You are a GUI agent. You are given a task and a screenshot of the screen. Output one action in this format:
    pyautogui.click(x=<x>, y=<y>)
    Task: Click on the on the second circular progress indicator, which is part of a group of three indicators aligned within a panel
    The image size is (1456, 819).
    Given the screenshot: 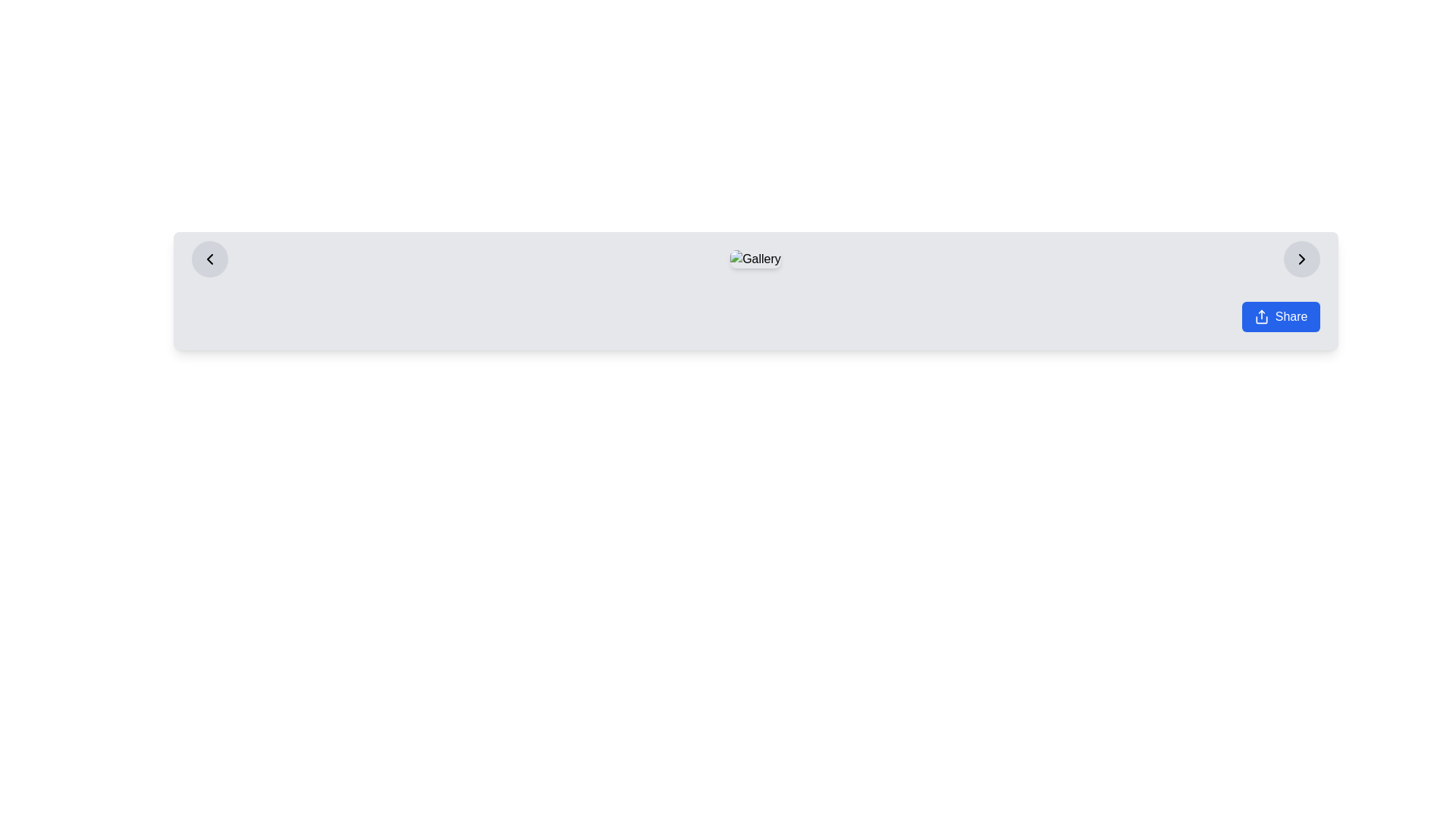 What is the action you would take?
    pyautogui.click(x=755, y=284)
    